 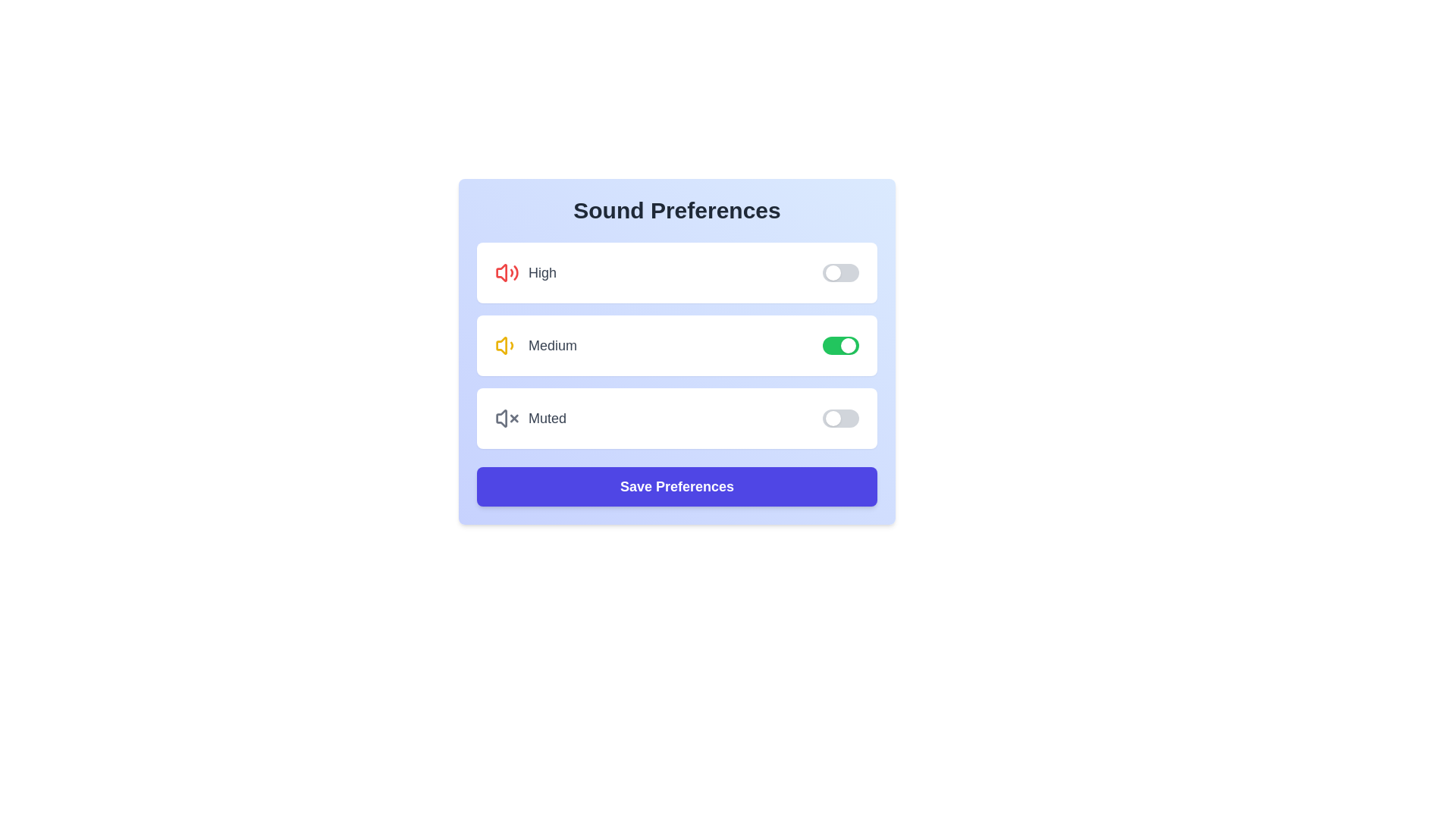 What do you see at coordinates (676, 210) in the screenshot?
I see `the 'Sound Preferences' title to select its text` at bounding box center [676, 210].